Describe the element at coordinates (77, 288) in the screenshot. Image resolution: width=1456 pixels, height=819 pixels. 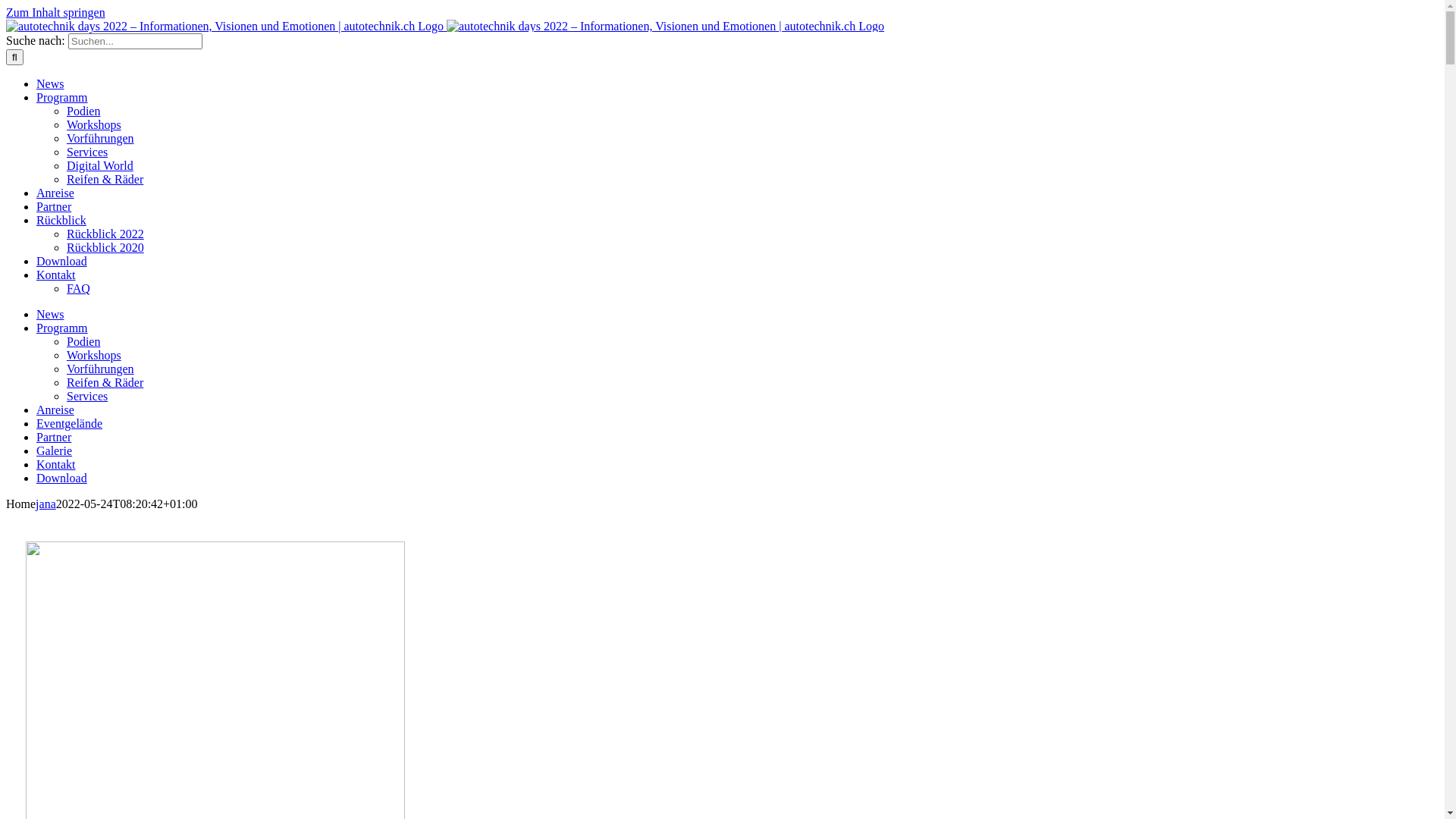
I see `'FAQ'` at that location.